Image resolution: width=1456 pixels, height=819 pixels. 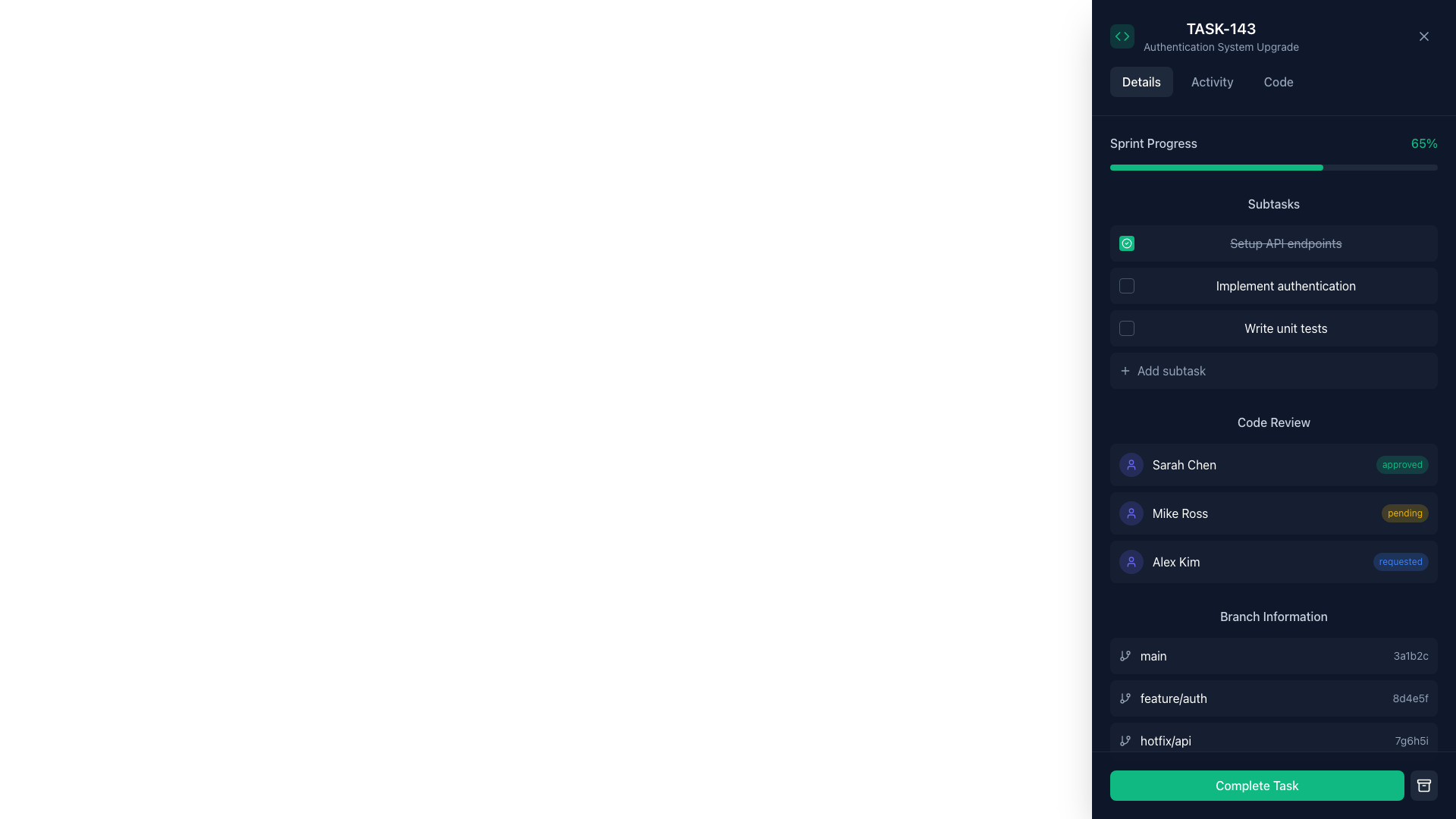 What do you see at coordinates (1163, 513) in the screenshot?
I see `the list item representing user 'Mike Ross' in the 'Code Review' section` at bounding box center [1163, 513].